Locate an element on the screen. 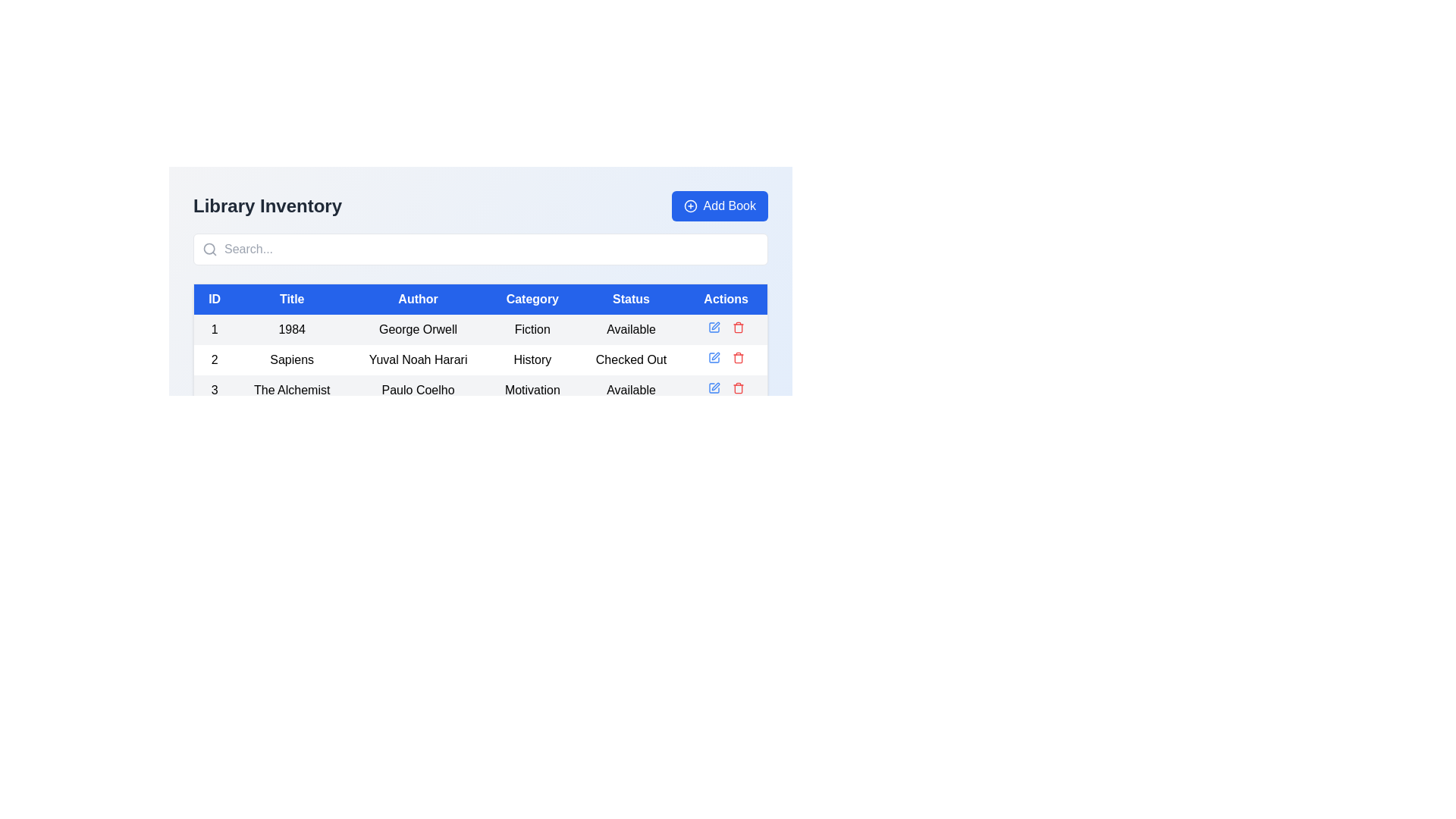 The image size is (1456, 819). the text label displaying 'Fiction' in the 'Category' column of the table is located at coordinates (532, 329).